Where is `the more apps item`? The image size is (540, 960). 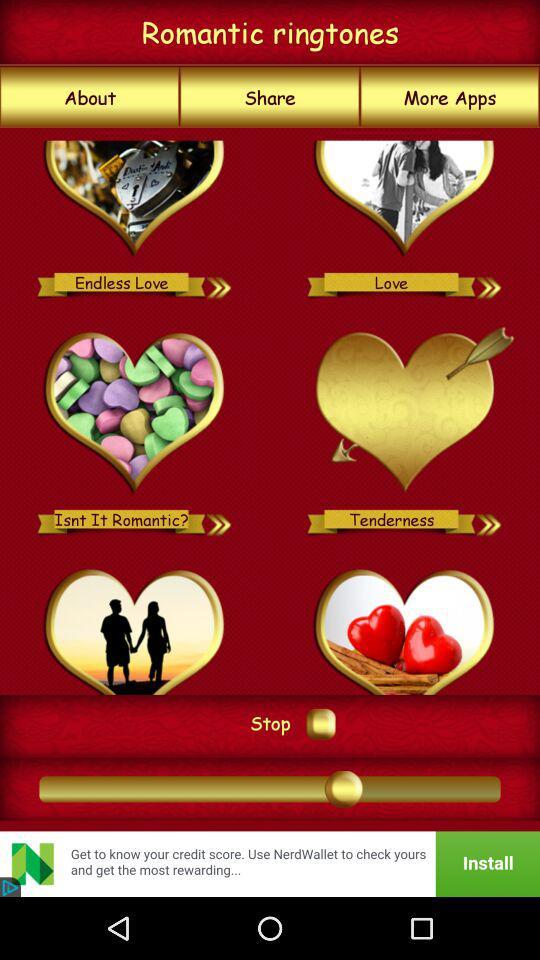 the more apps item is located at coordinates (450, 97).